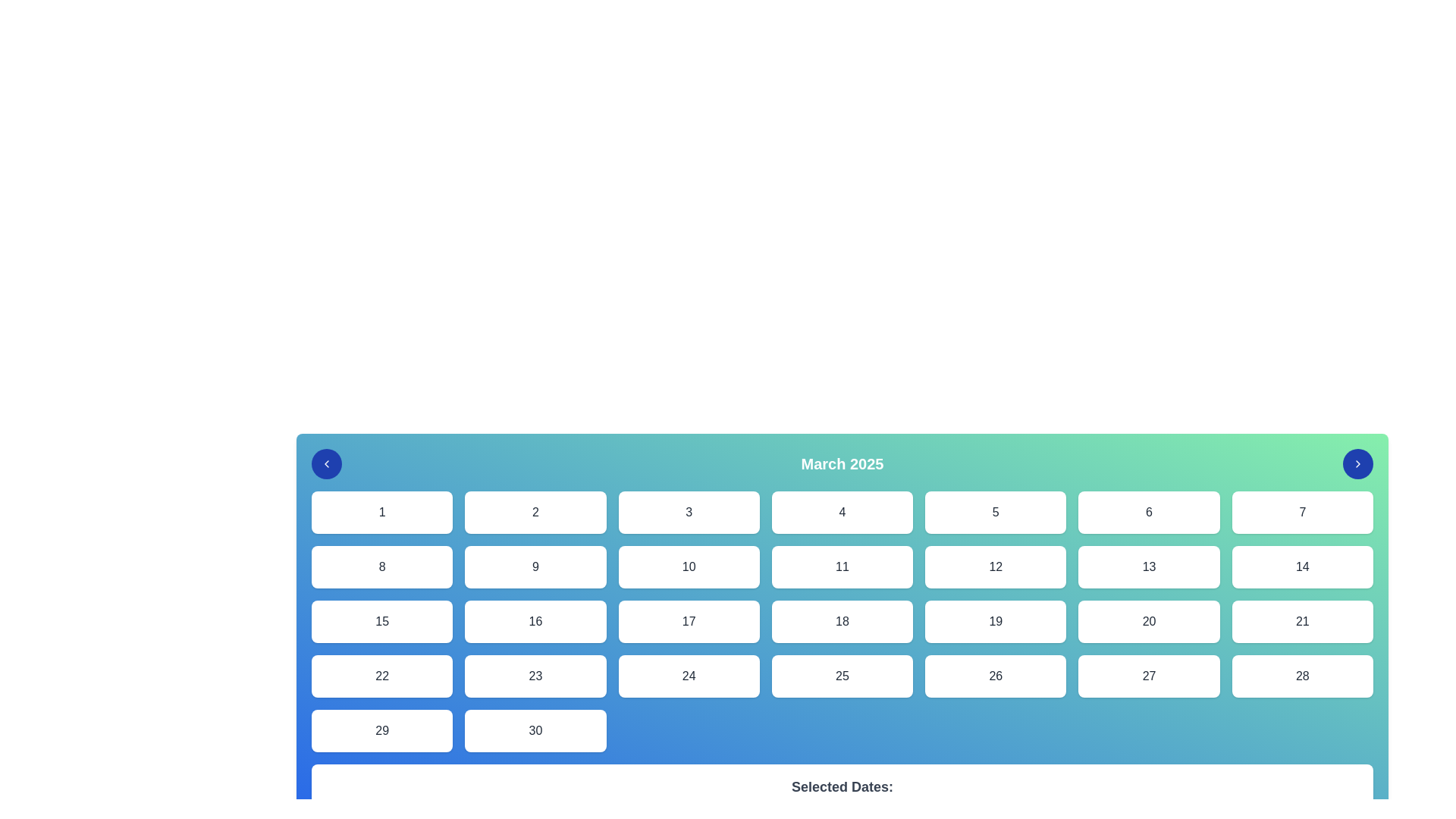 Image resolution: width=1456 pixels, height=819 pixels. What do you see at coordinates (1357, 463) in the screenshot?
I see `the small, right-facing chevron icon within the circular button located at the top-right corner of the calendar interface` at bounding box center [1357, 463].